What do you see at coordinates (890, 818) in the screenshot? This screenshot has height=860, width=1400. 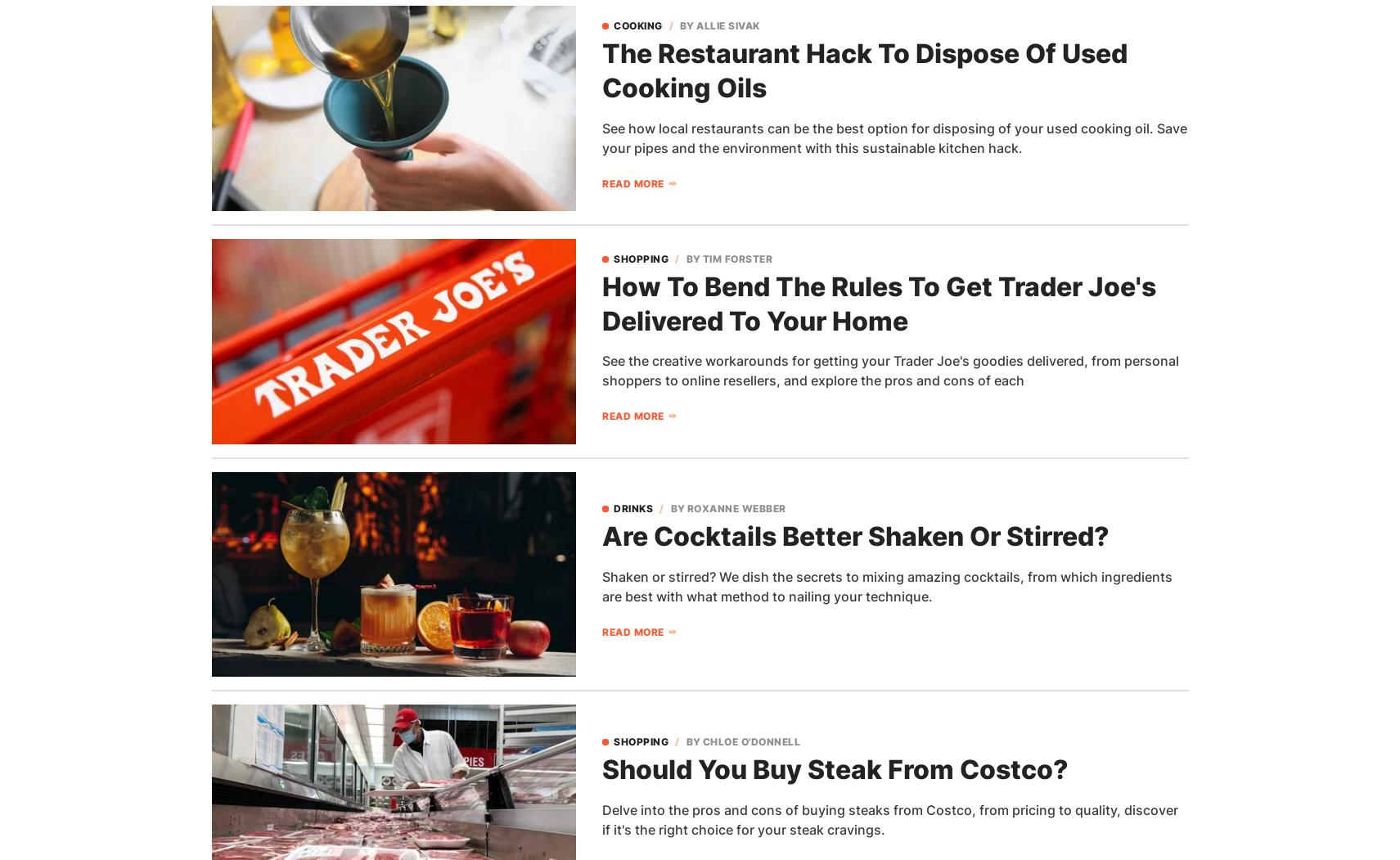 I see `'Delve into the pros and cons of buying steaks from Costco, from pricing to quality, discover if it's the right choice for your steak cravings.'` at bounding box center [890, 818].